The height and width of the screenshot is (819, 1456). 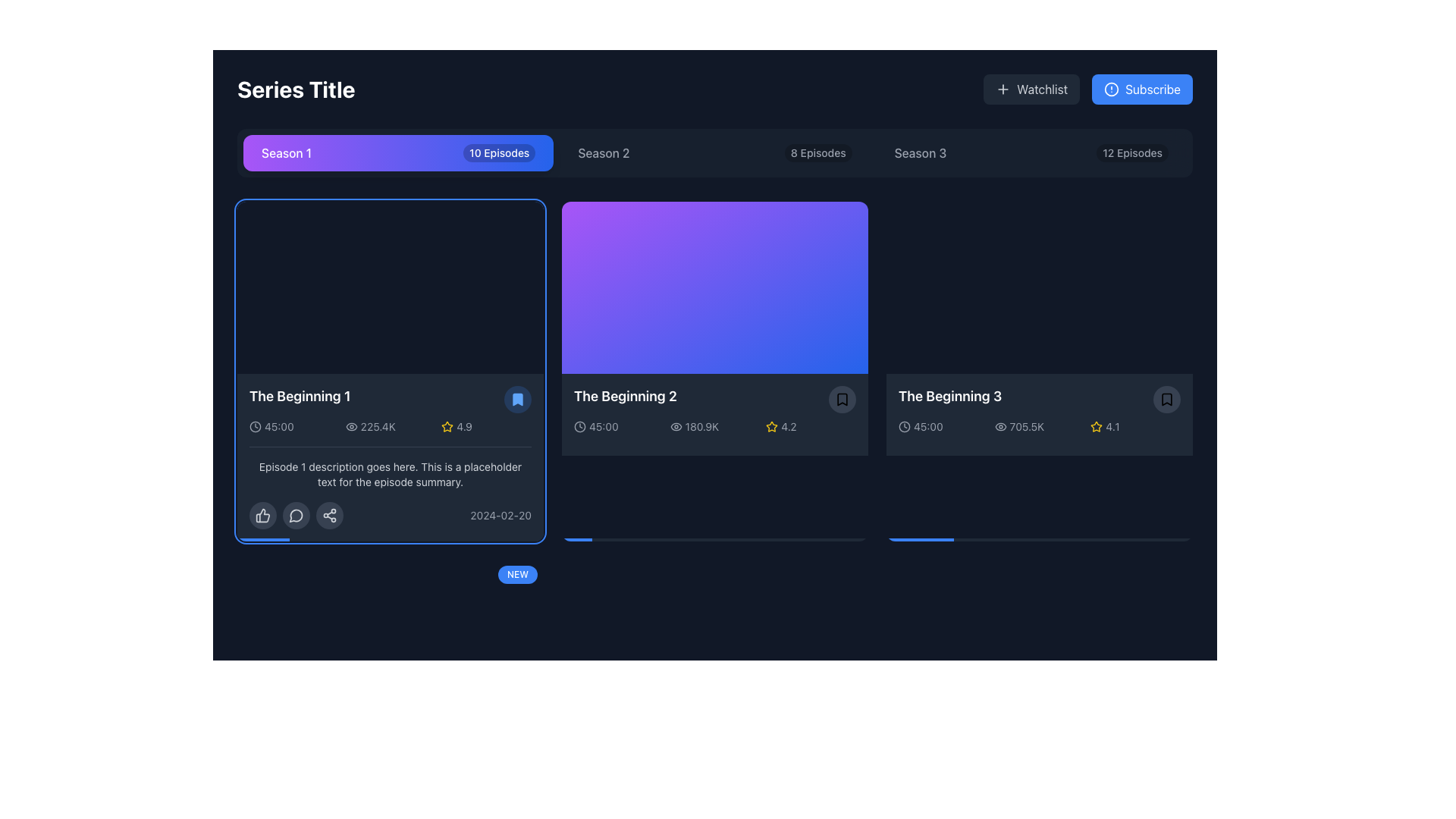 I want to click on the bookmark icon located in the top-right corner of the card labeled 'The Beginning 1' to bookmark the item, so click(x=517, y=399).